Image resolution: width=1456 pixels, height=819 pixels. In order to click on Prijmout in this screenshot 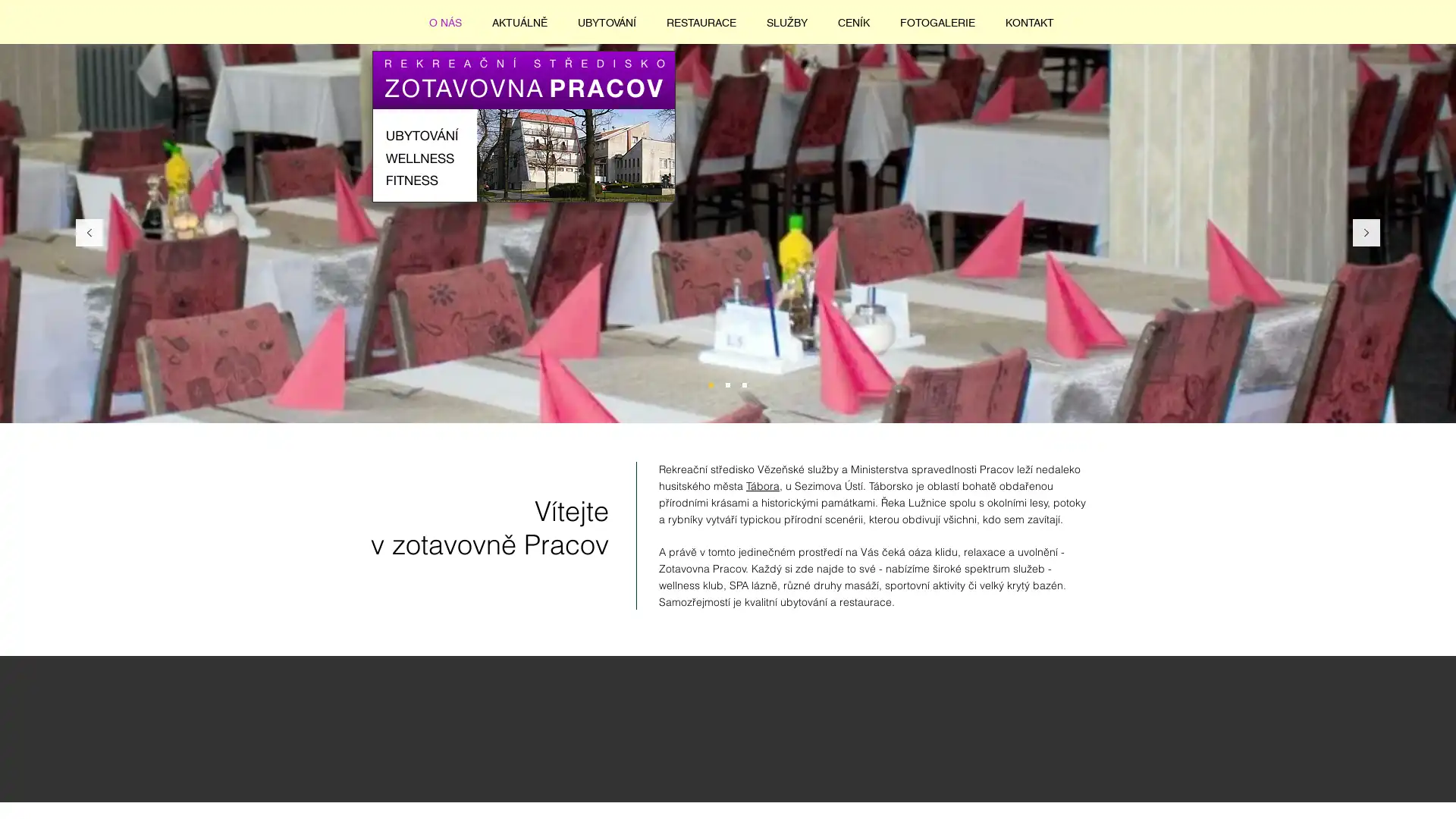, I will do `click(1384, 792)`.